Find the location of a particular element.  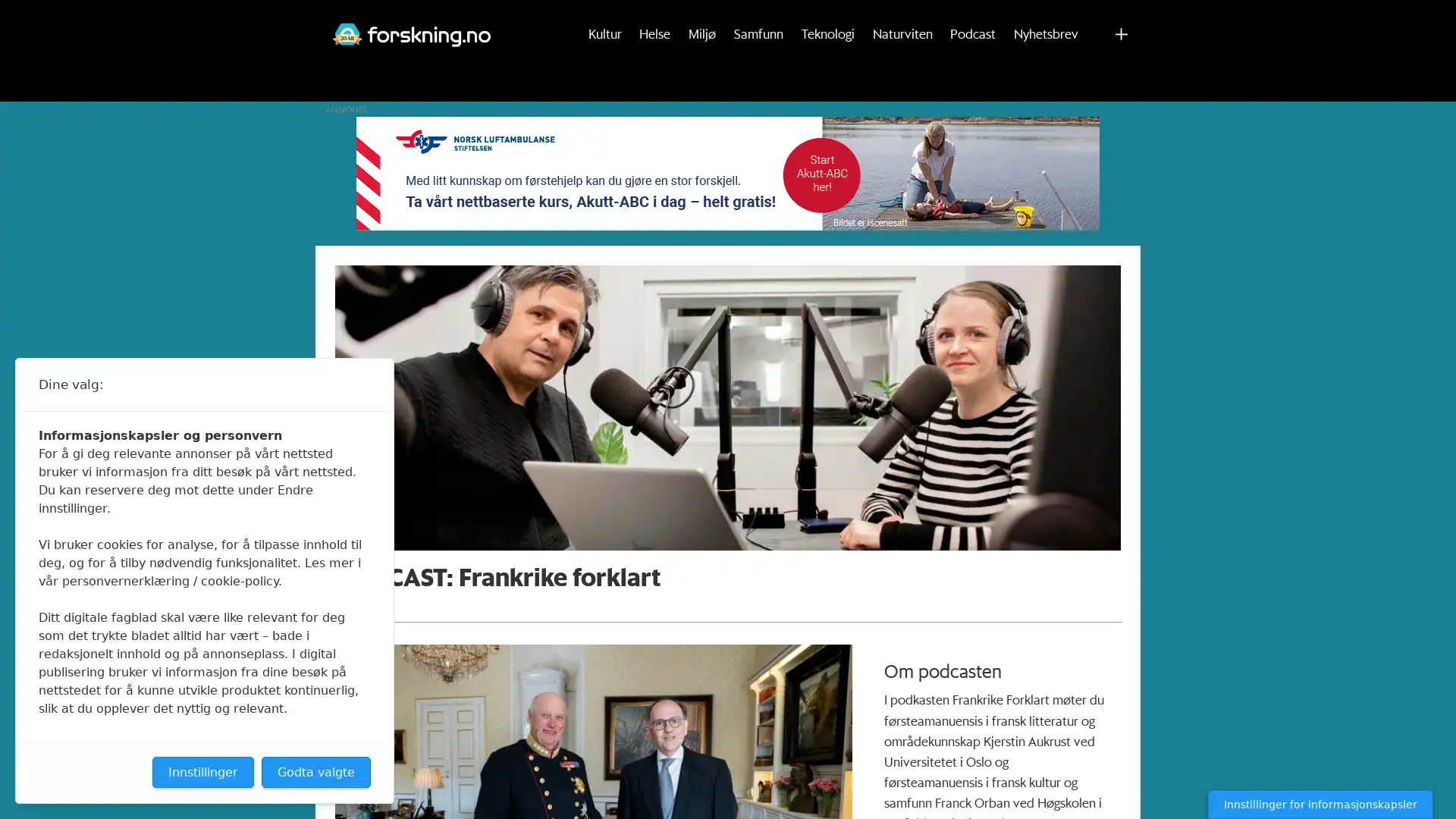

logo for stilling.forskning.no is located at coordinates (1126, 17).